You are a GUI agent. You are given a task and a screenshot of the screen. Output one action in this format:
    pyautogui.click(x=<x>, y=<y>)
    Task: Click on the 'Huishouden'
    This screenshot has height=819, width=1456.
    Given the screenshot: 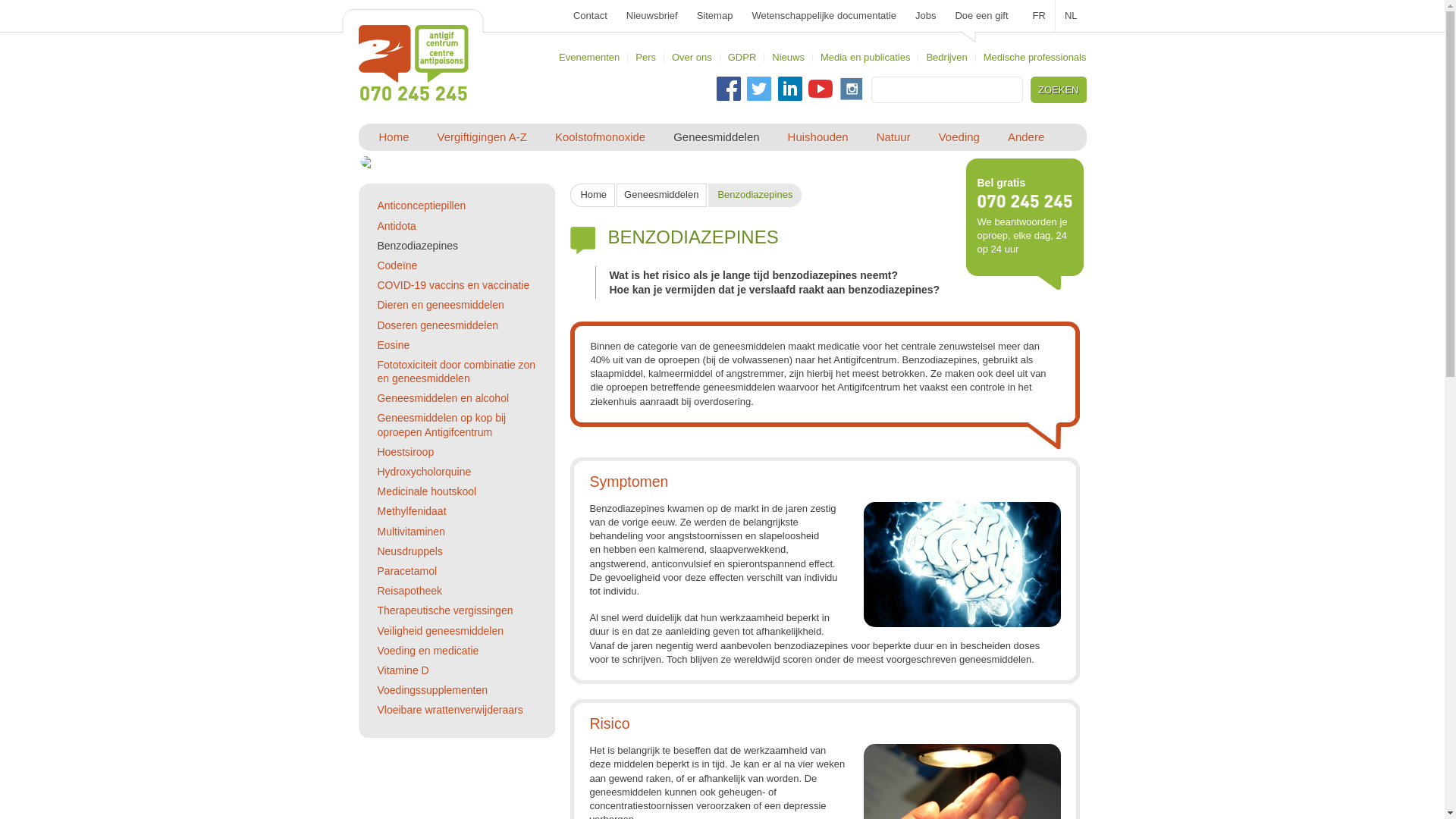 What is the action you would take?
    pyautogui.click(x=817, y=137)
    